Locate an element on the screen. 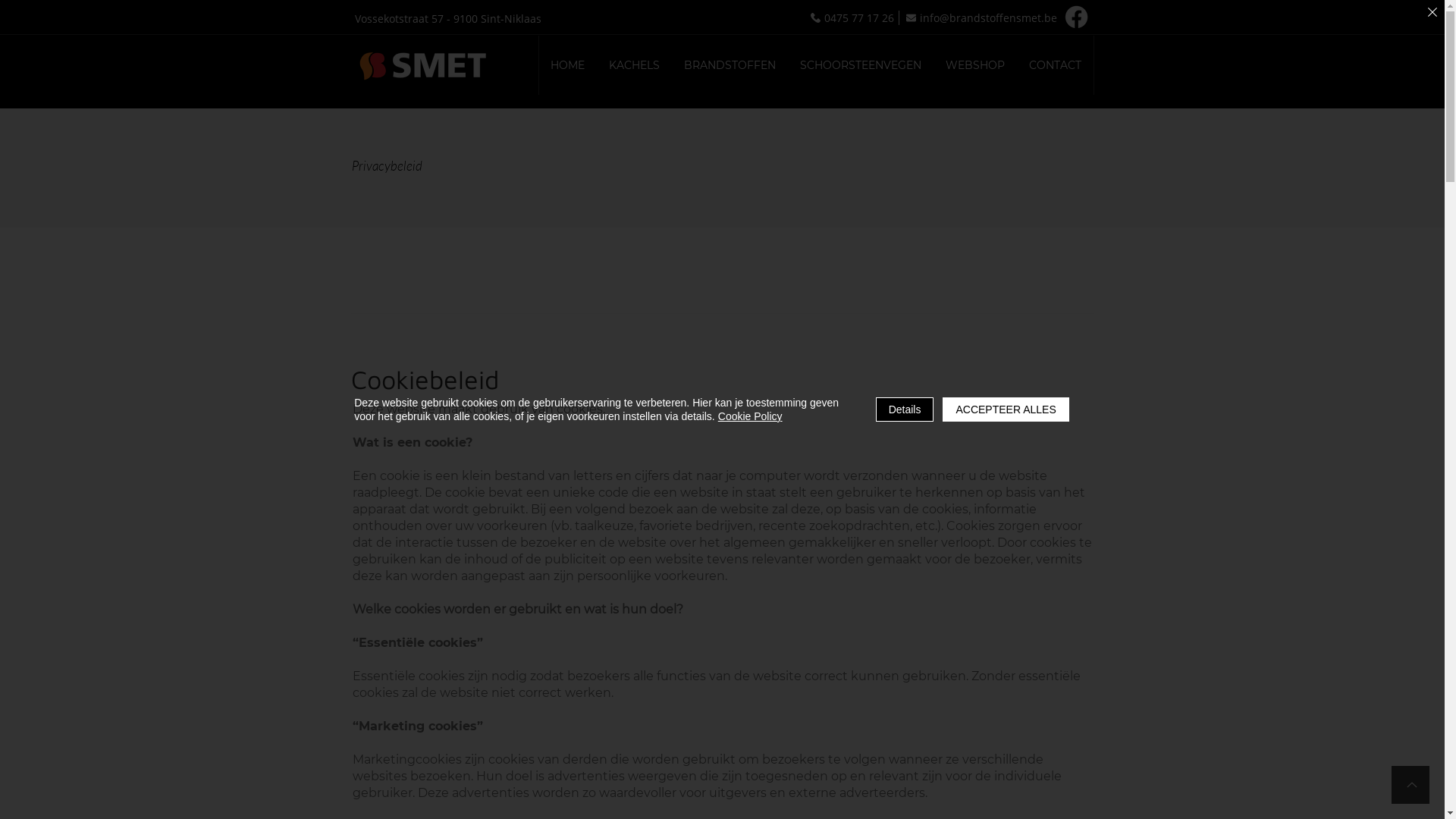 Image resolution: width=1456 pixels, height=819 pixels. 'SCHOORSTEENVEGEN' is located at coordinates (860, 64).